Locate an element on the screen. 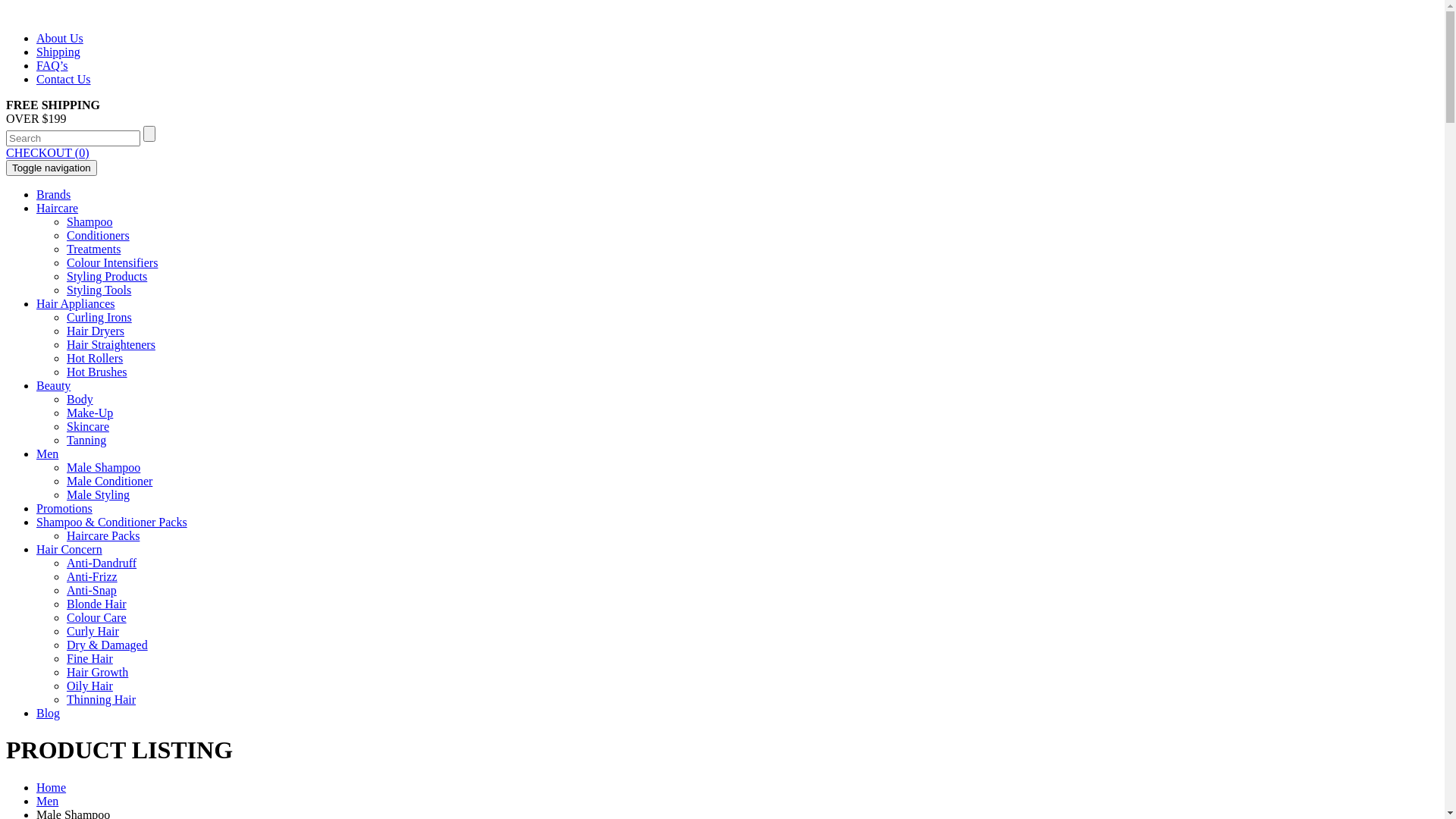 This screenshot has height=819, width=1456. 'Promotions' is located at coordinates (36, 508).